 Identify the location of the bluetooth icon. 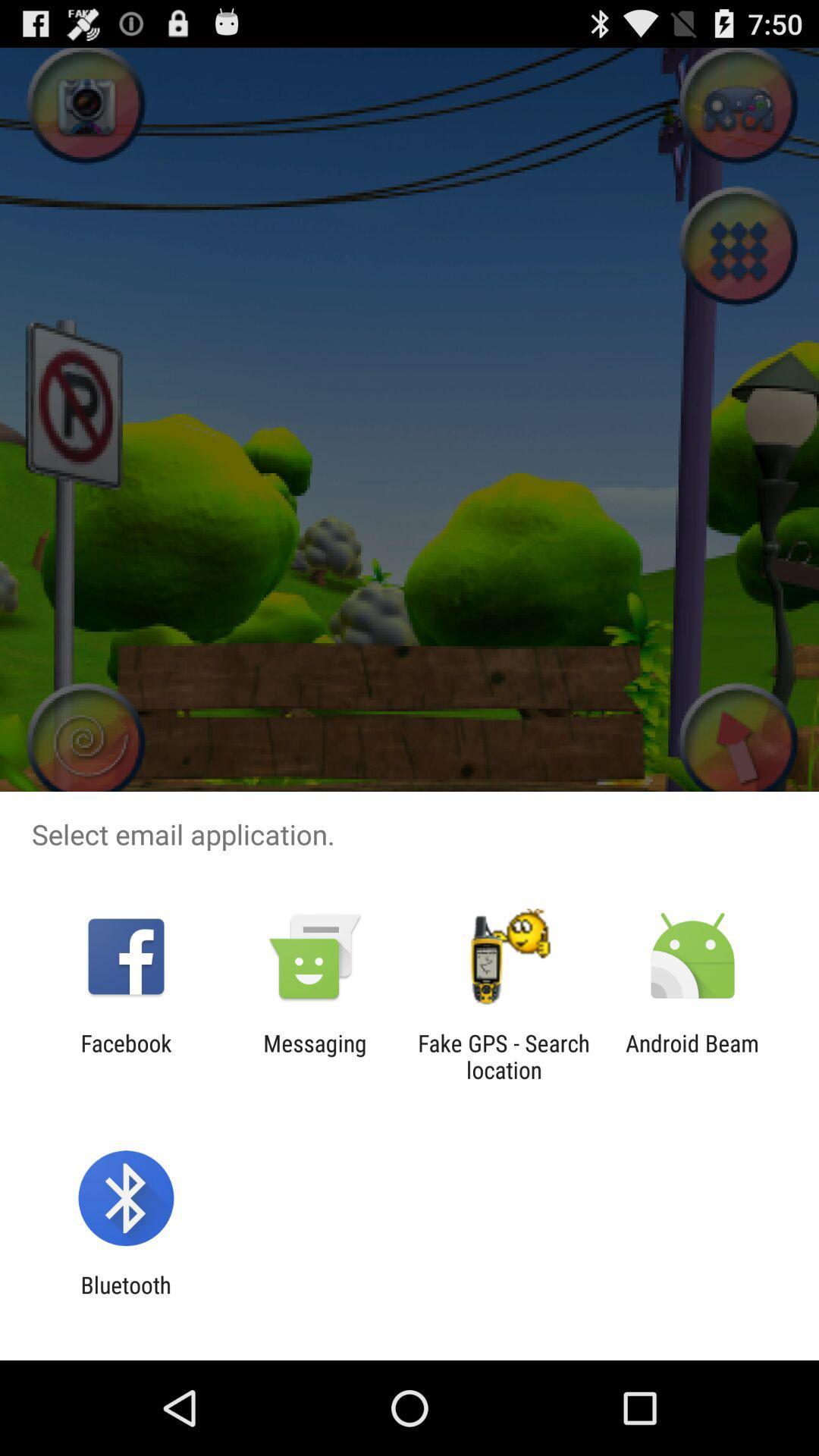
(125, 1298).